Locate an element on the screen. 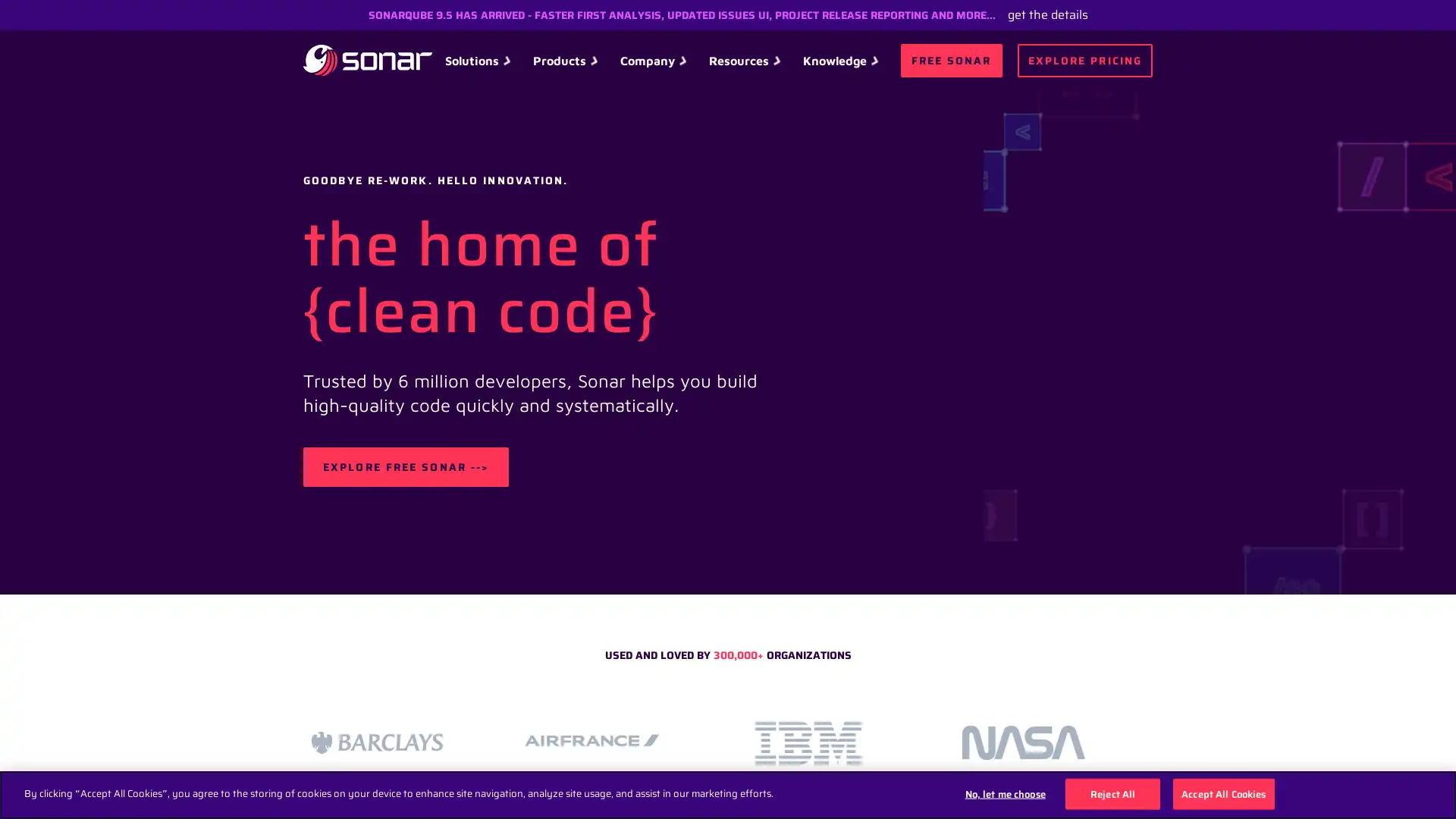 The height and width of the screenshot is (819, 1456). Knowledge is located at coordinates (852, 60).